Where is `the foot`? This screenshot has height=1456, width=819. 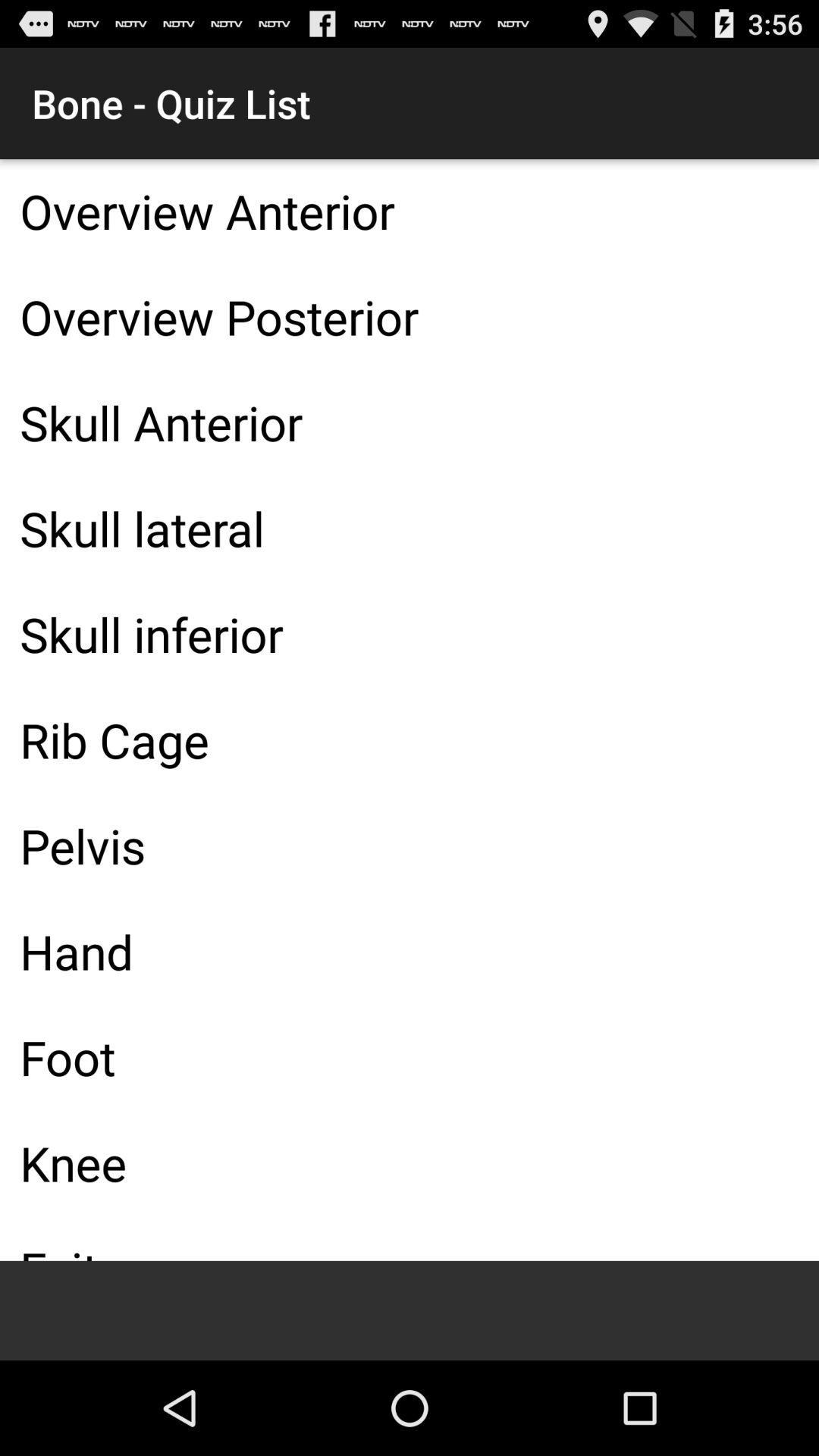 the foot is located at coordinates (409, 1056).